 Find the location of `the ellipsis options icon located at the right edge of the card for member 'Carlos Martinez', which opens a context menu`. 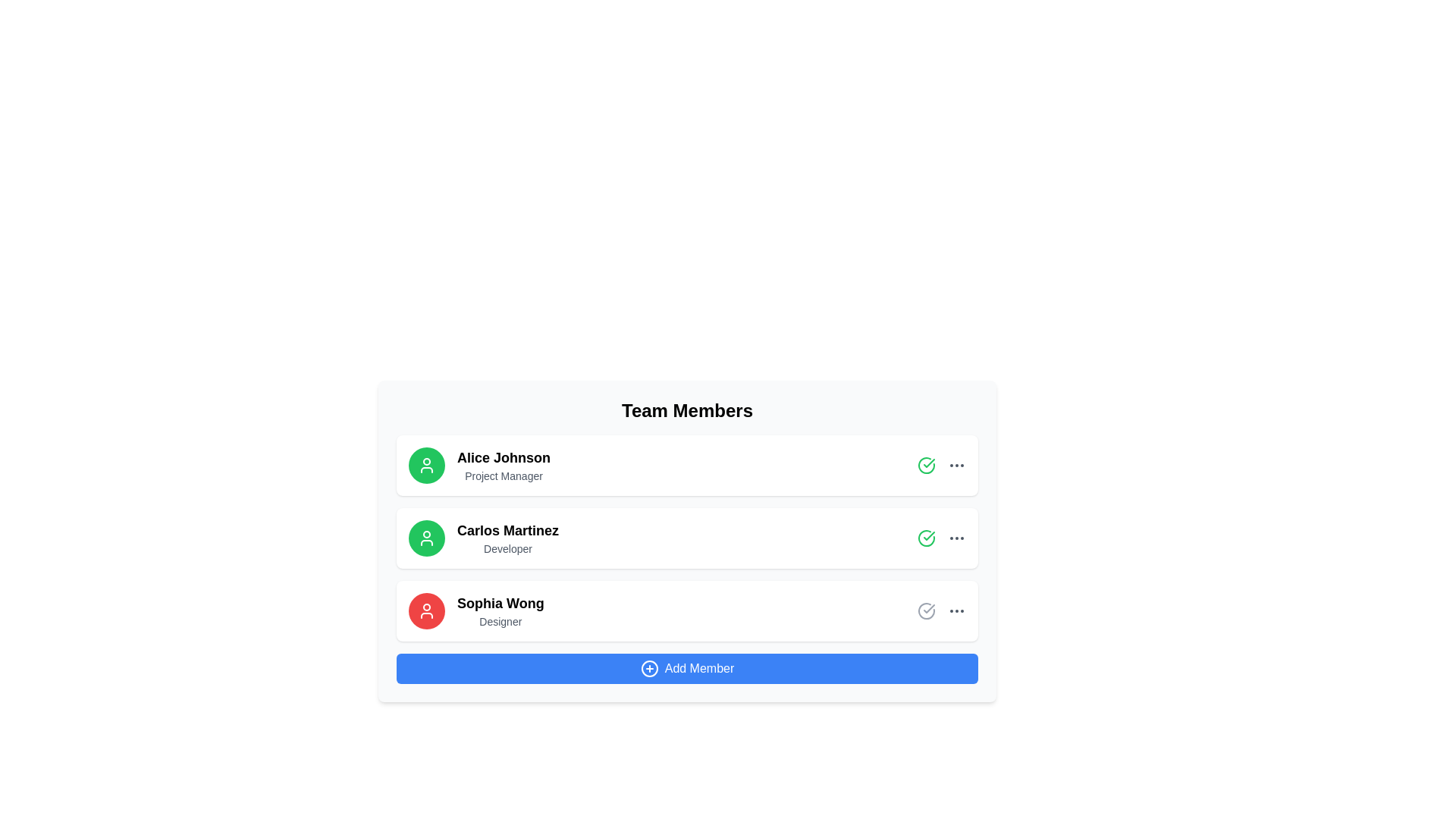

the ellipsis options icon located at the right edge of the card for member 'Carlos Martinez', which opens a context menu is located at coordinates (956, 537).